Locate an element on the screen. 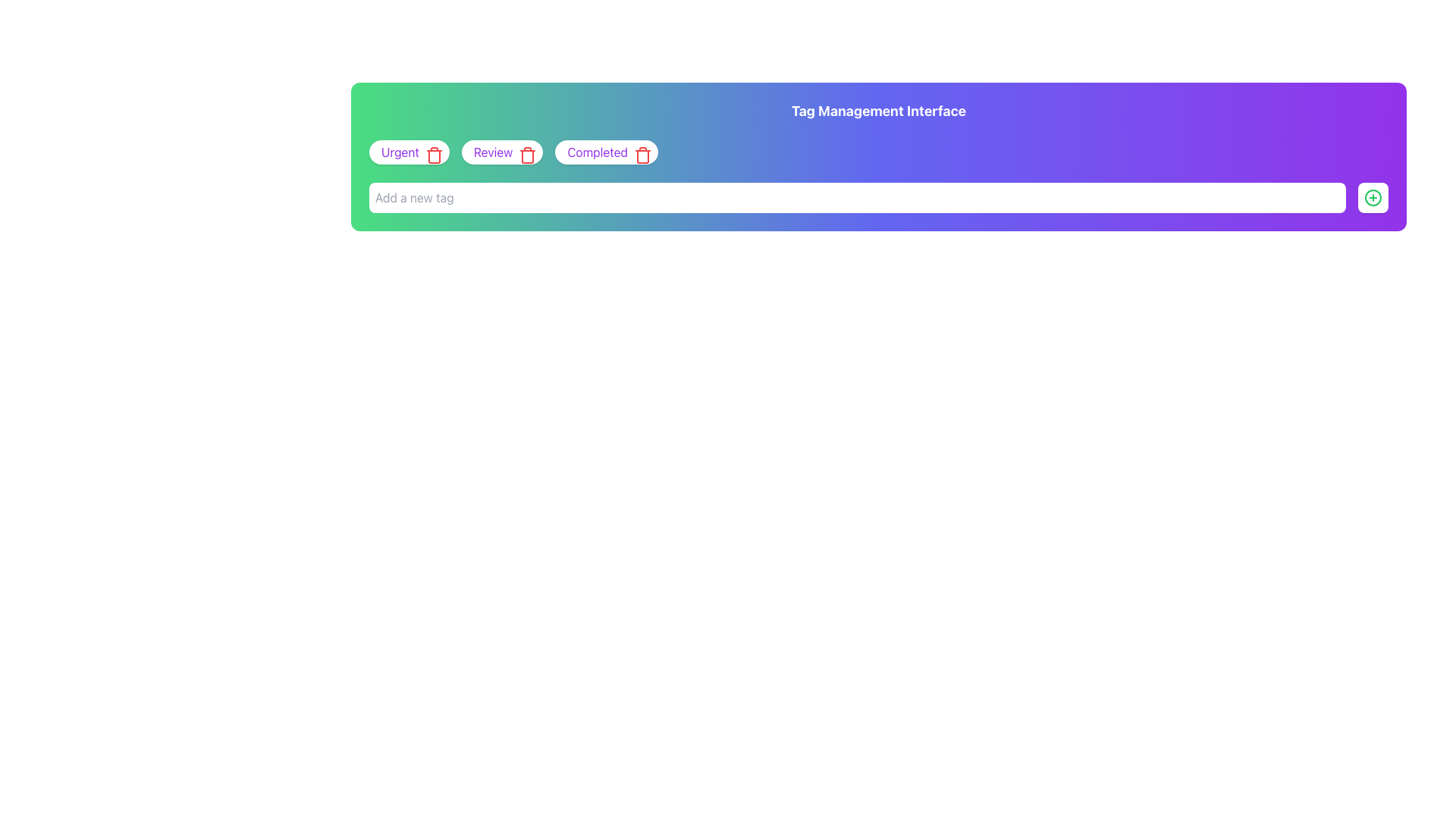 The width and height of the screenshot is (1456, 819). the Icon button next to the 'Review' tag is located at coordinates (525, 152).